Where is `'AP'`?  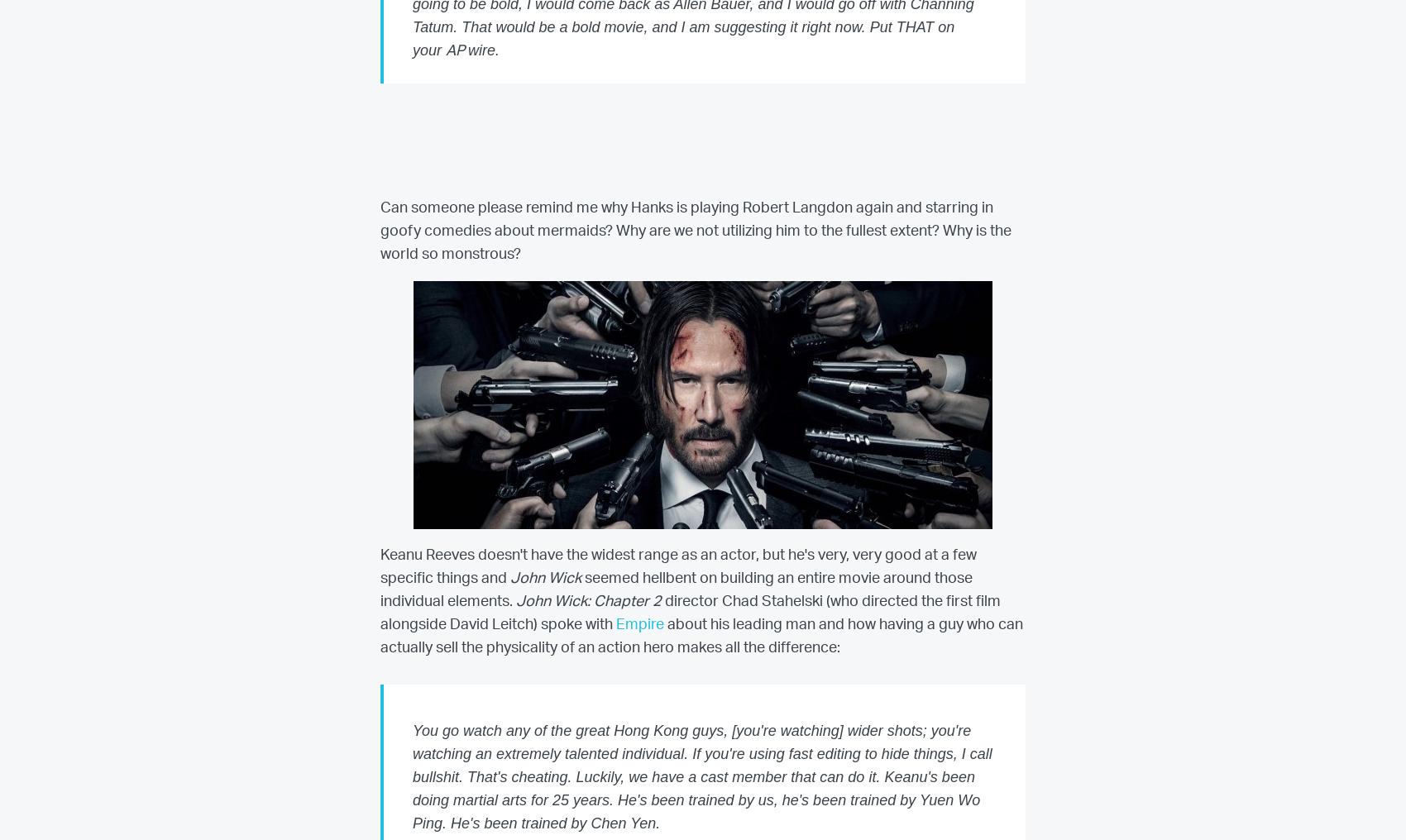 'AP' is located at coordinates (445, 50).